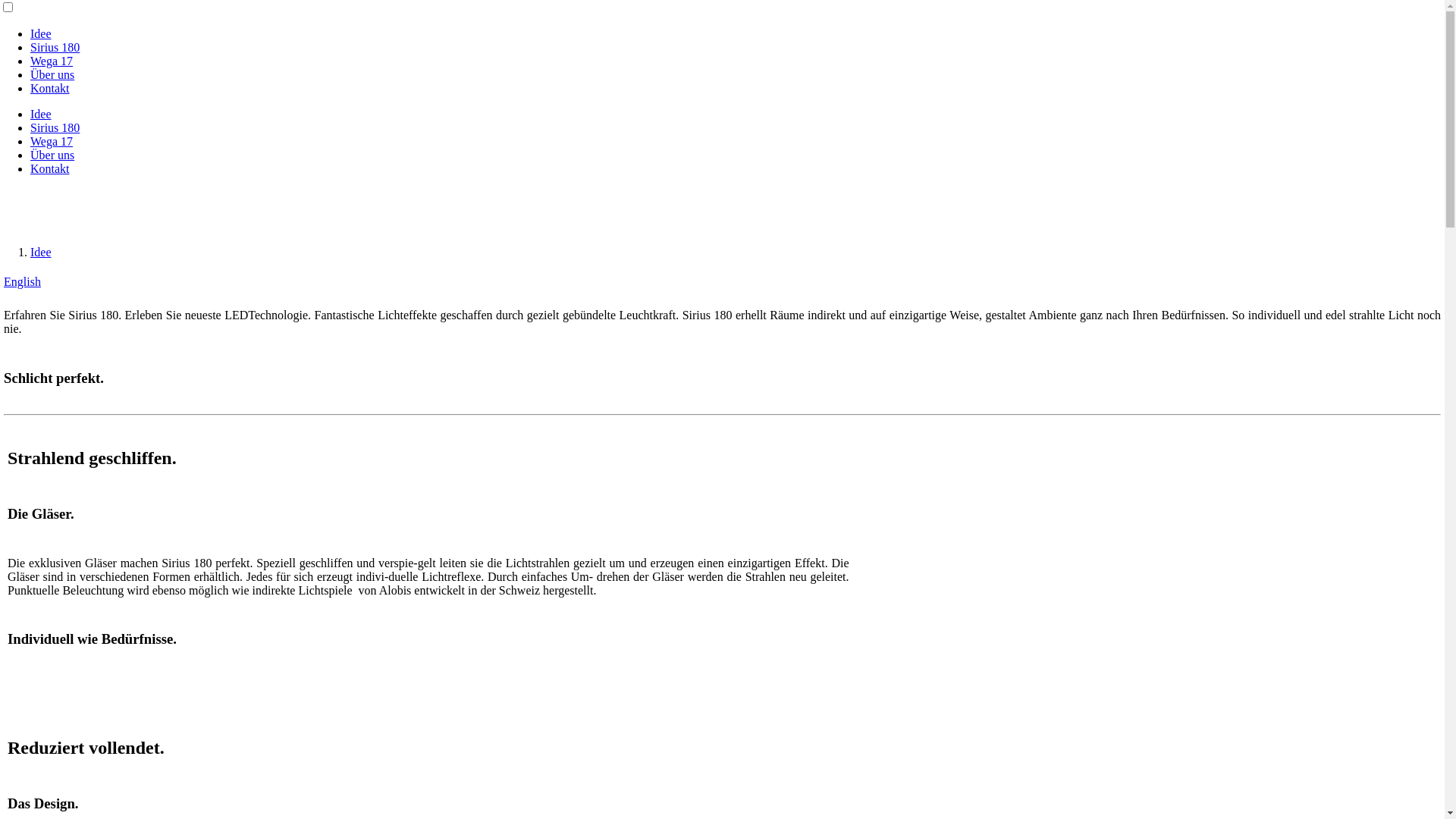 This screenshot has height=819, width=1456. What do you see at coordinates (50, 88) in the screenshot?
I see `'Kontakt'` at bounding box center [50, 88].